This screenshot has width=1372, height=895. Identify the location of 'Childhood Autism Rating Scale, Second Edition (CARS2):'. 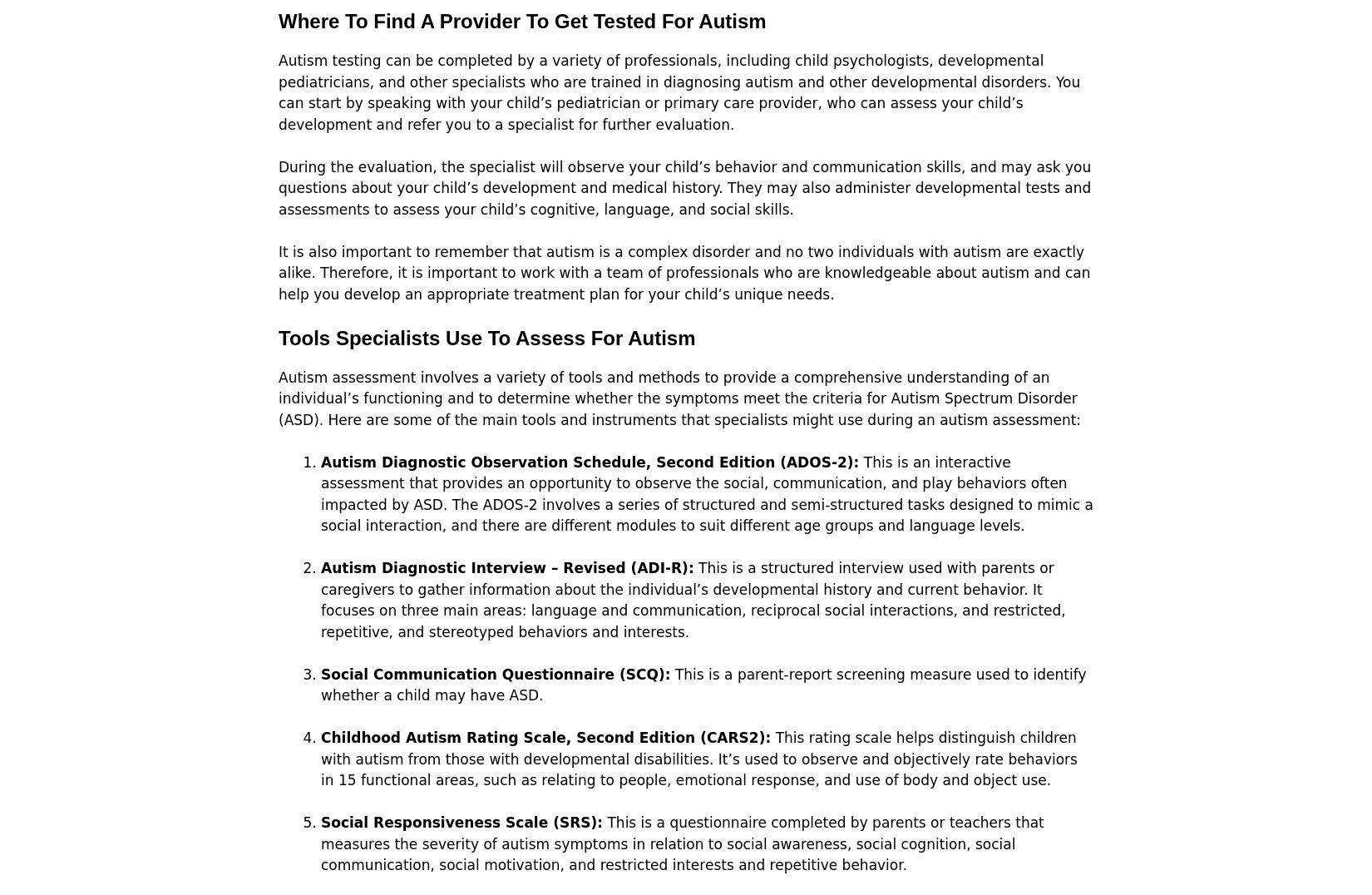
(545, 737).